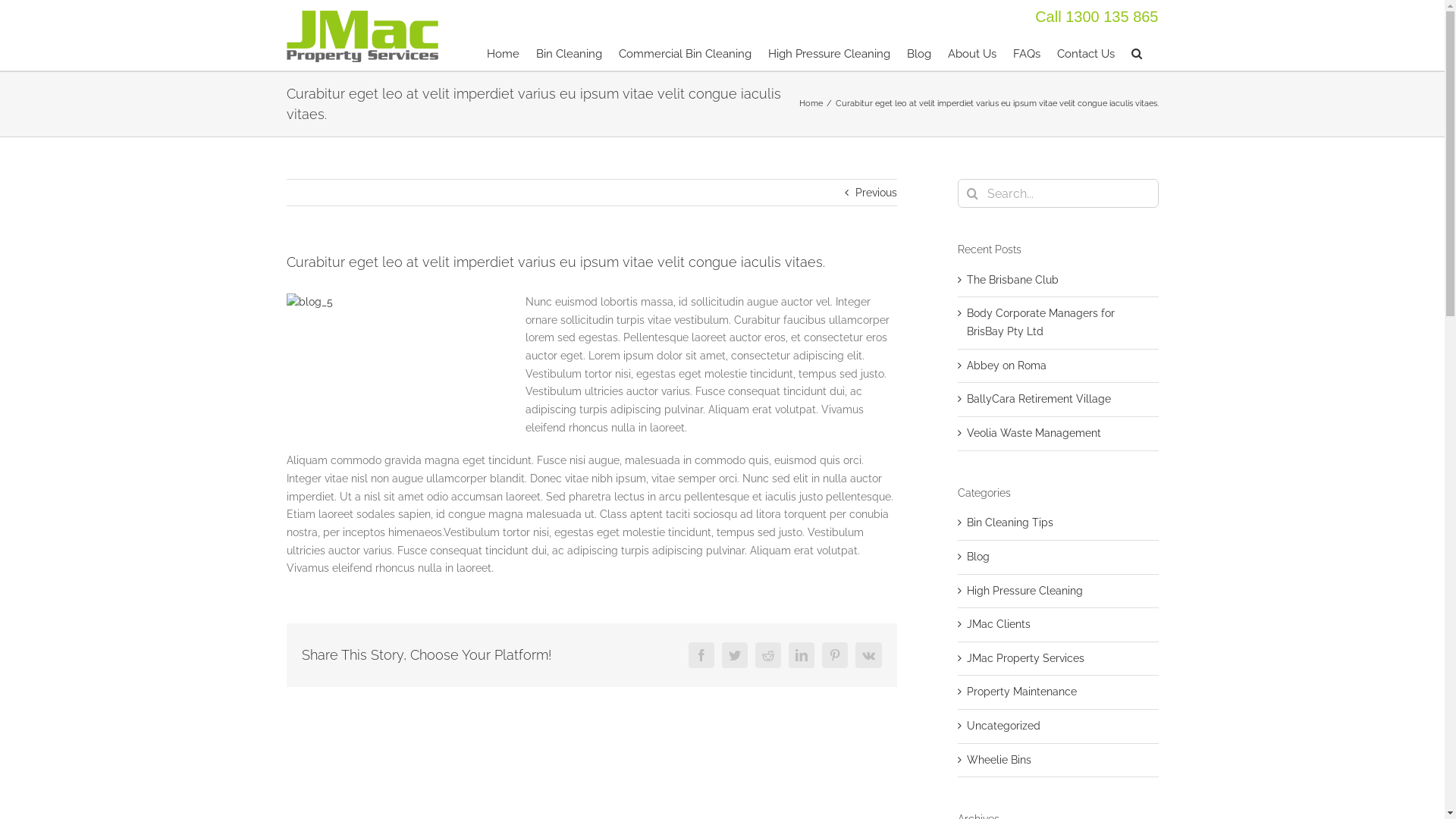 Image resolution: width=1456 pixels, height=819 pixels. Describe the element at coordinates (767, 654) in the screenshot. I see `'Reddit'` at that location.